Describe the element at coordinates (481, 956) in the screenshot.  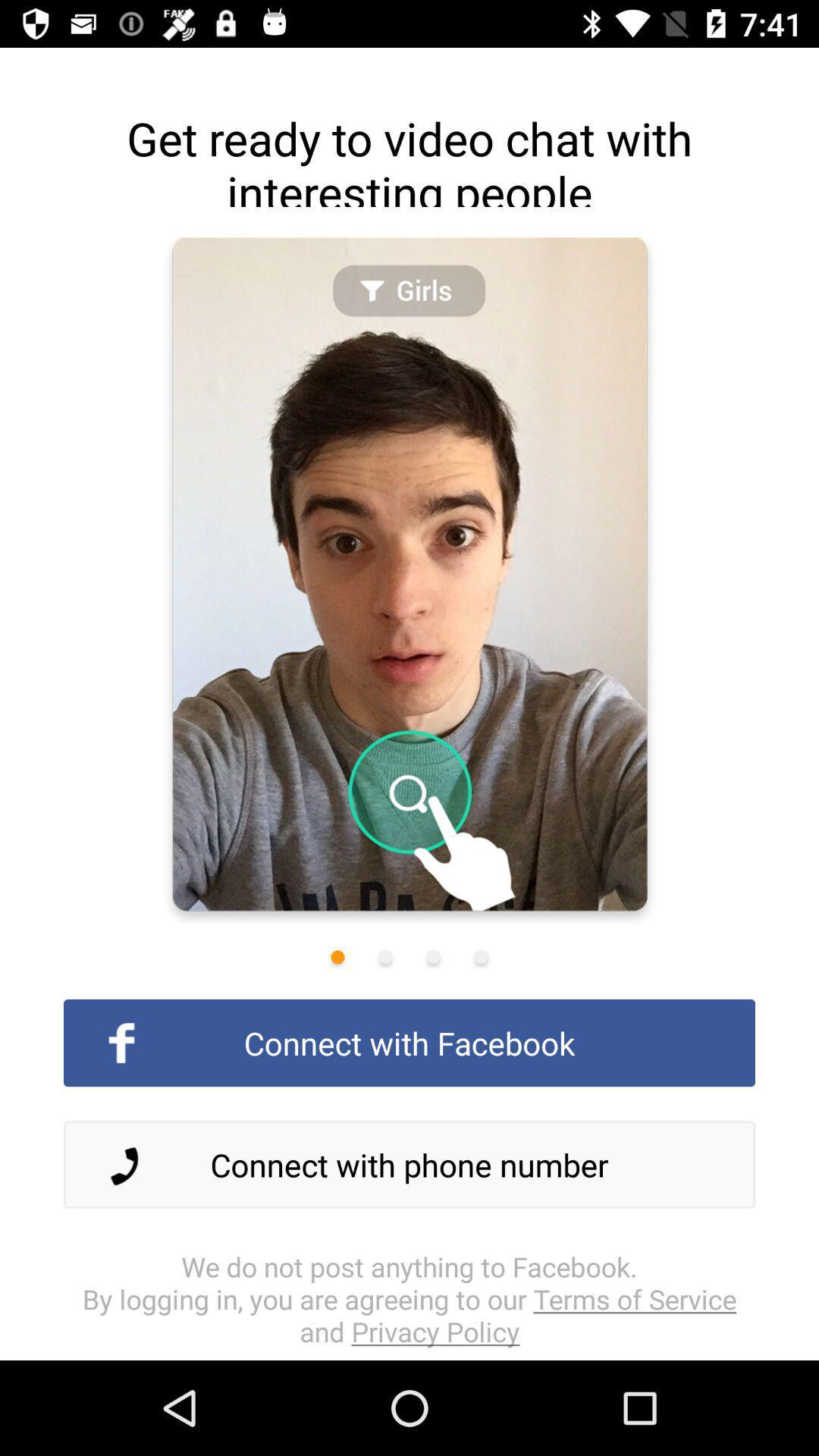
I see `change photo` at that location.